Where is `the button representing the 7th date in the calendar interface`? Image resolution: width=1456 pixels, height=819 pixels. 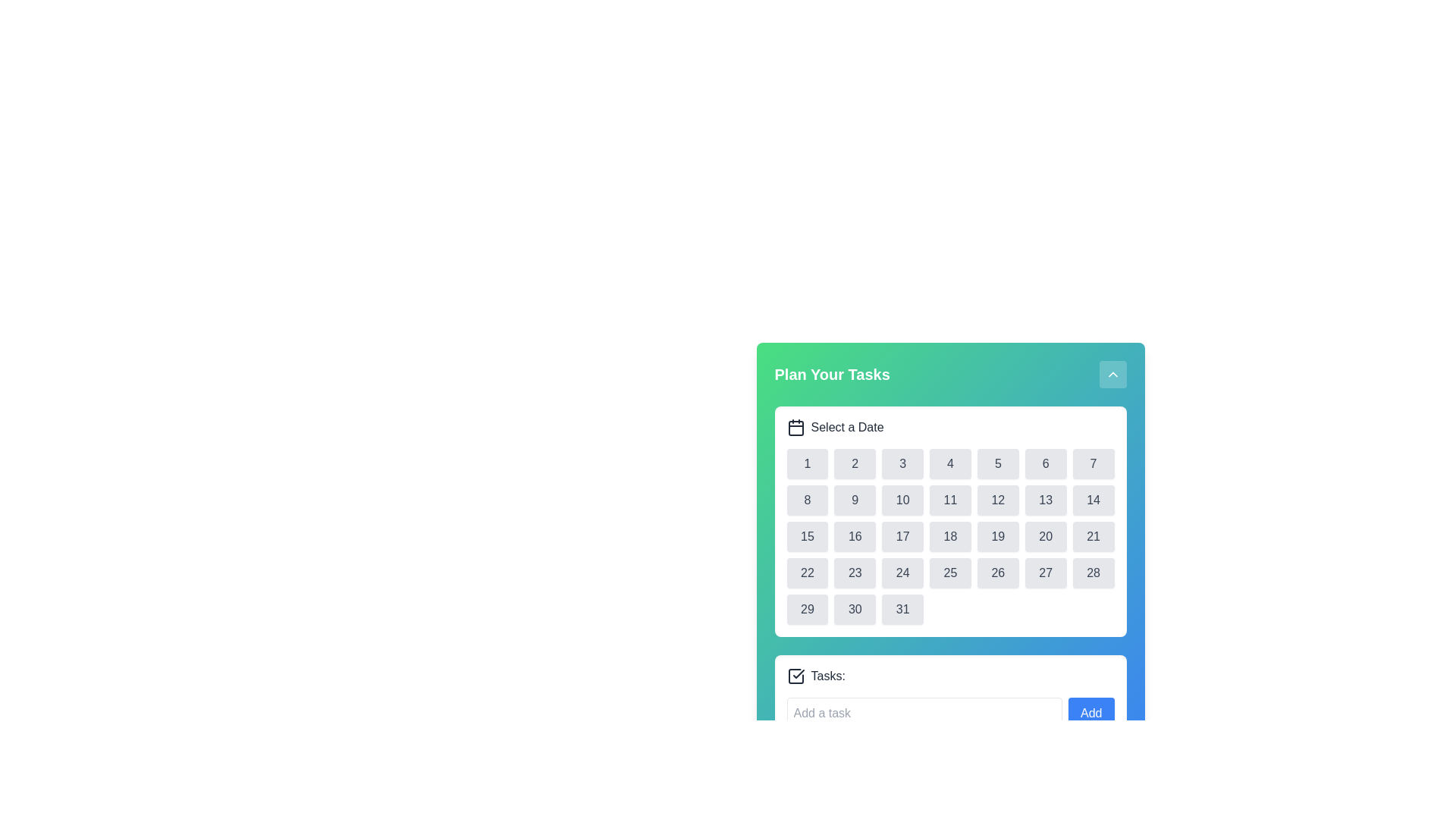
the button representing the 7th date in the calendar interface is located at coordinates (1094, 463).